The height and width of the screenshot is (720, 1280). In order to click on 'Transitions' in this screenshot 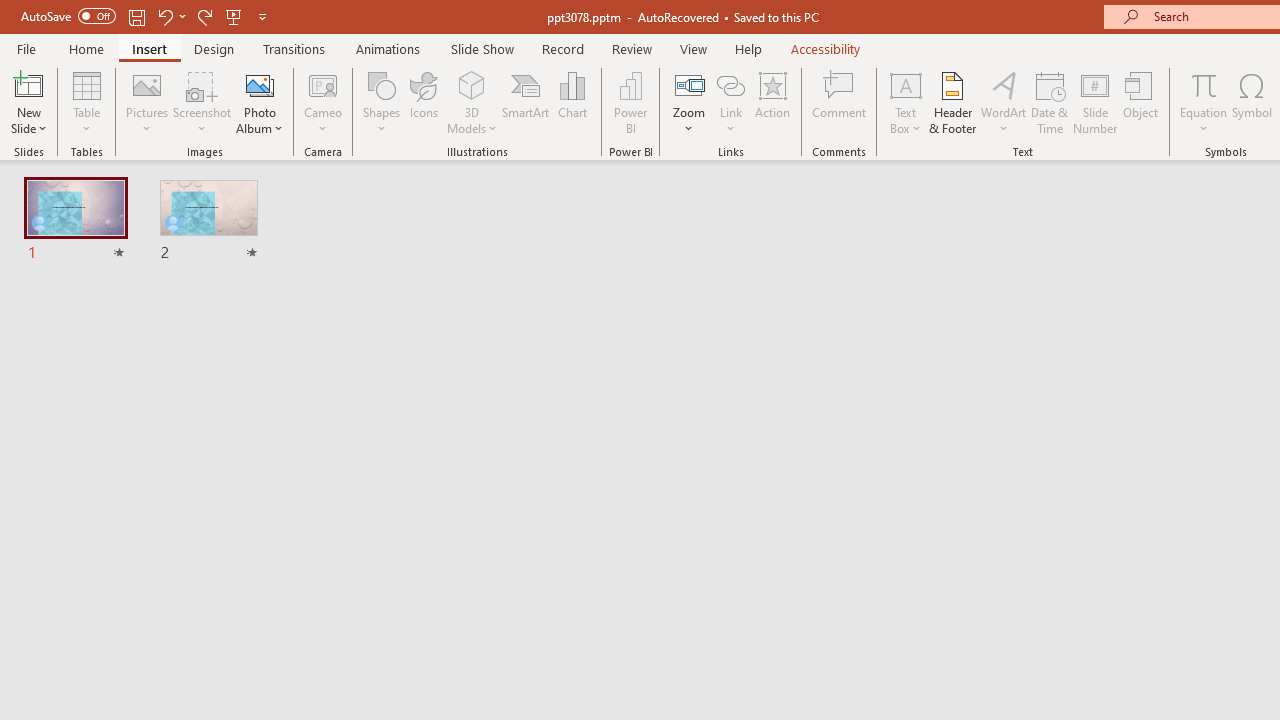, I will do `click(294, 48)`.